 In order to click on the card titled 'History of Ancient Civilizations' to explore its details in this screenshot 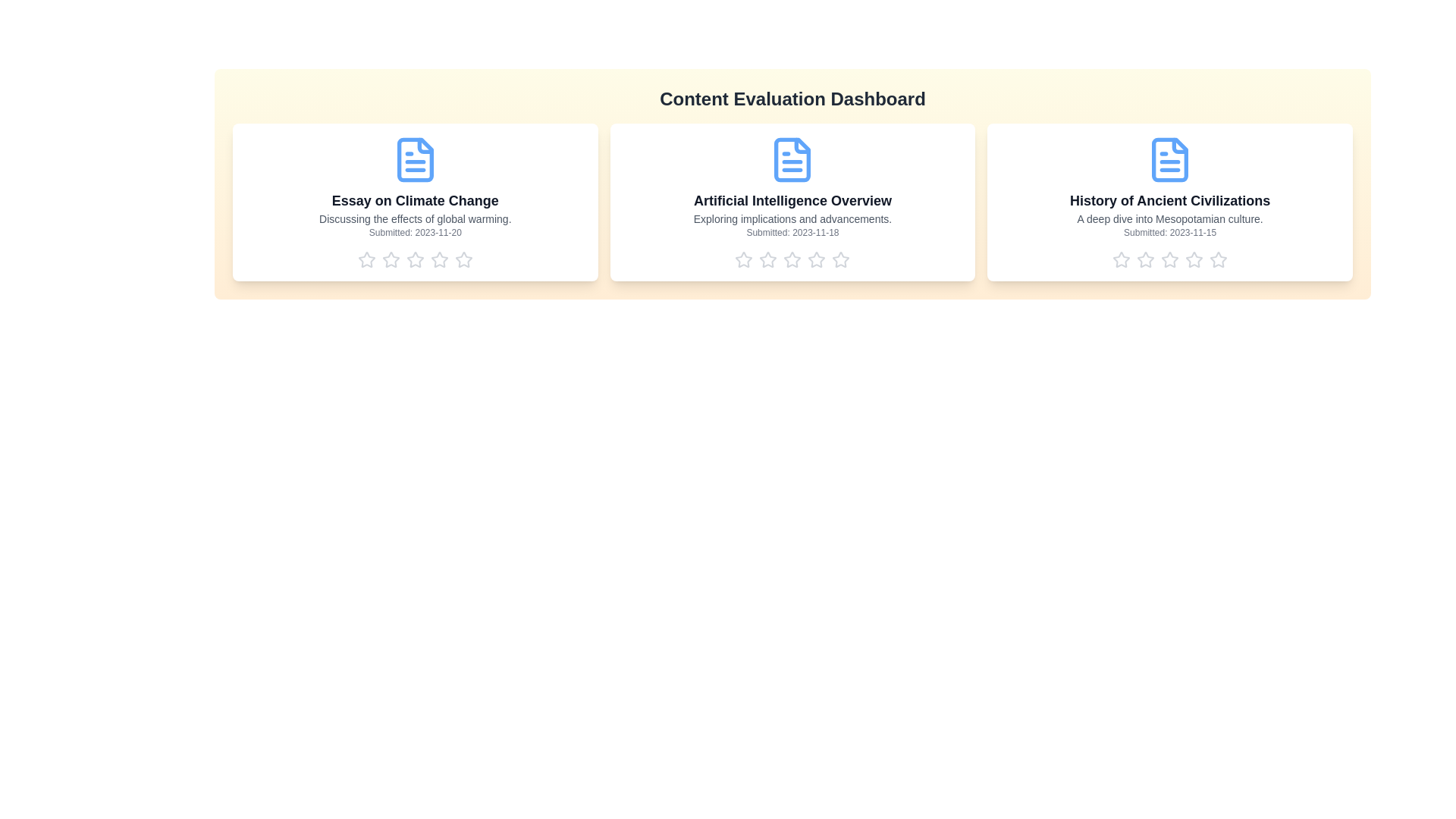, I will do `click(1169, 201)`.